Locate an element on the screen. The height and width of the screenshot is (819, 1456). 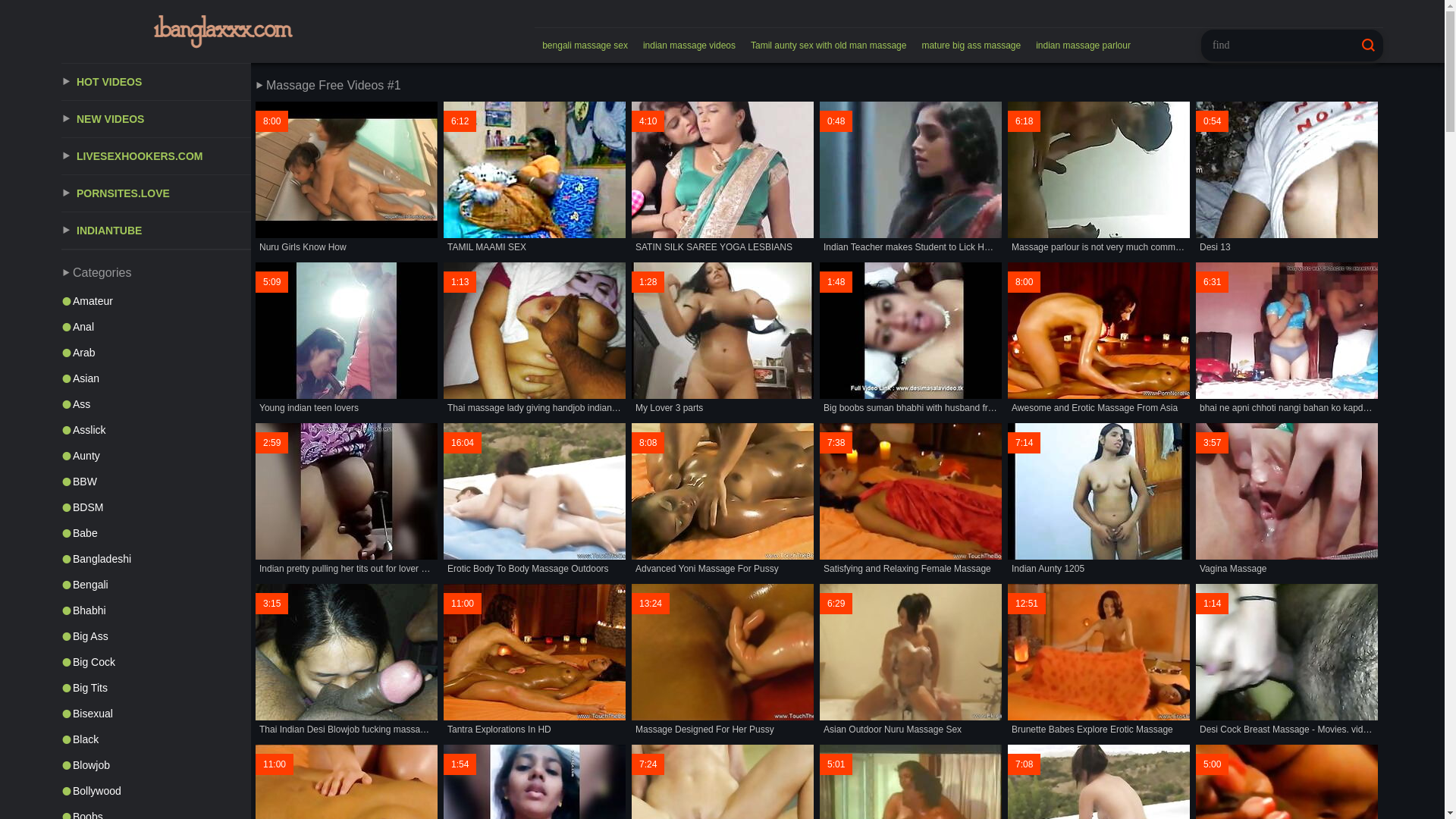
'12:51 is located at coordinates (1008, 660).